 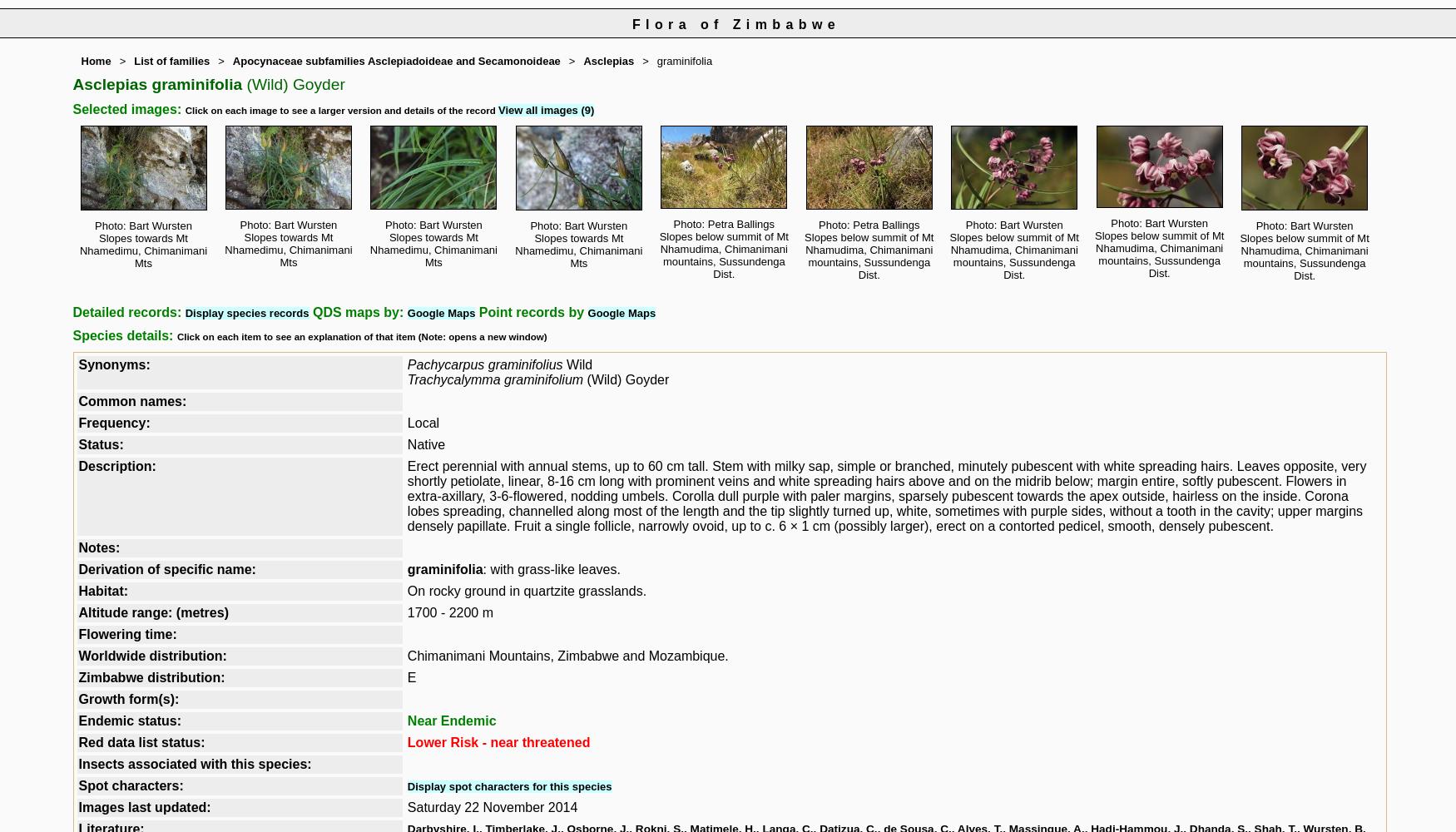 What do you see at coordinates (140, 742) in the screenshot?
I see `'Red data list status:'` at bounding box center [140, 742].